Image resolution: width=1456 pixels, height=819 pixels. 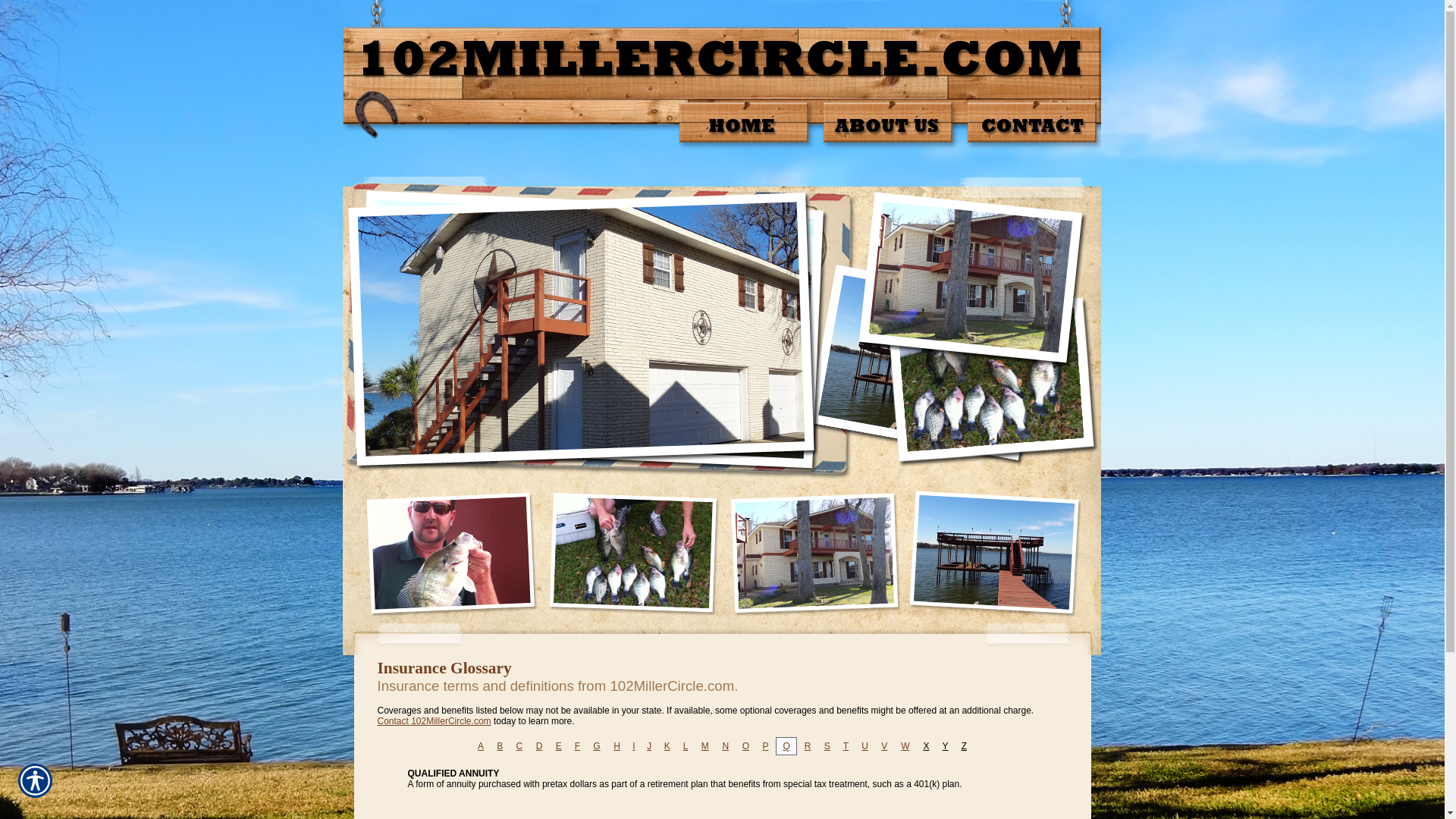 I want to click on 'D', so click(x=539, y=745).